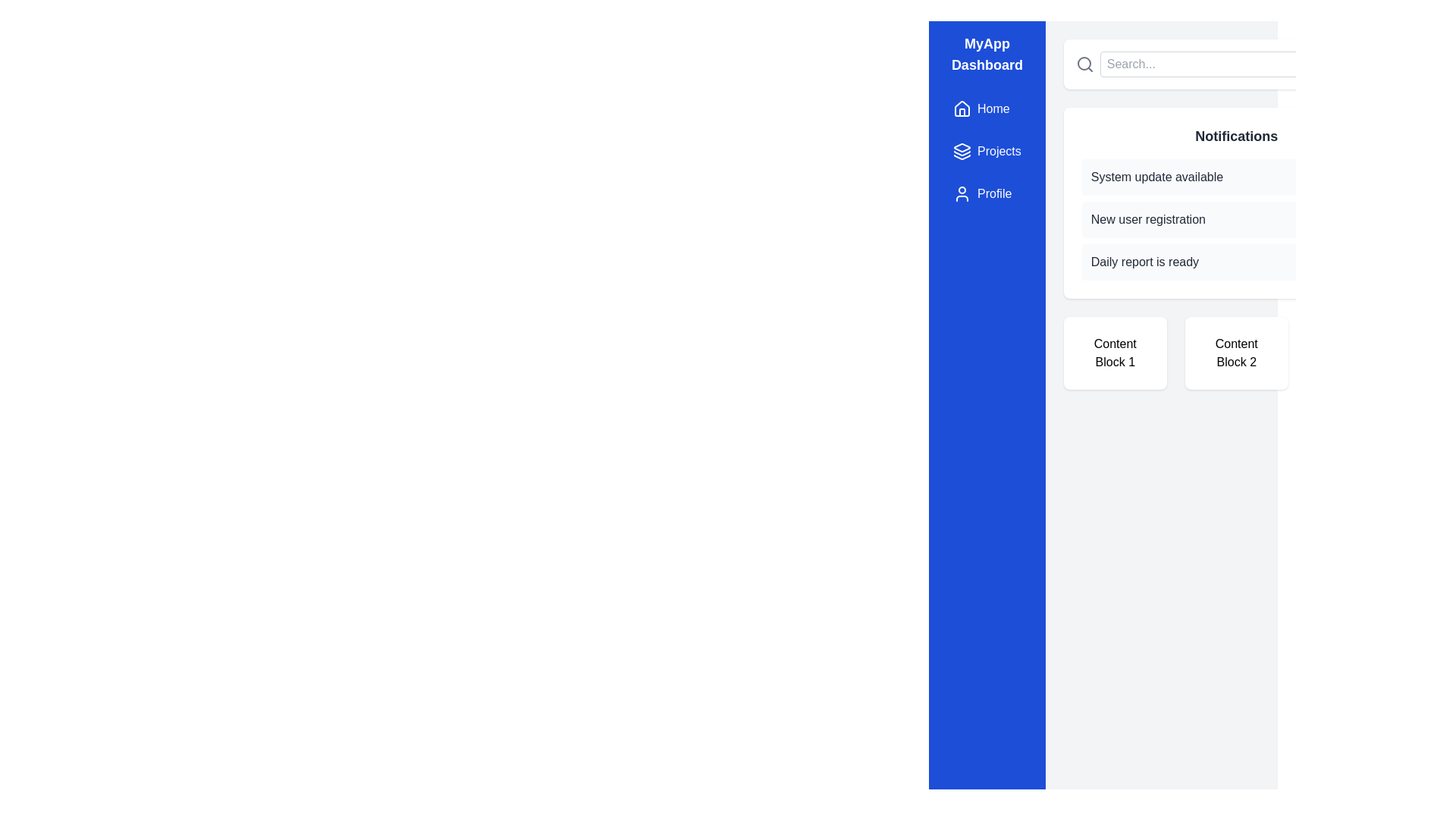  I want to click on the 'Projects' option in the navigational menu located in the blue sidebar beneath the 'MyApp Dashboard' heading for keyboard navigation, so click(987, 152).